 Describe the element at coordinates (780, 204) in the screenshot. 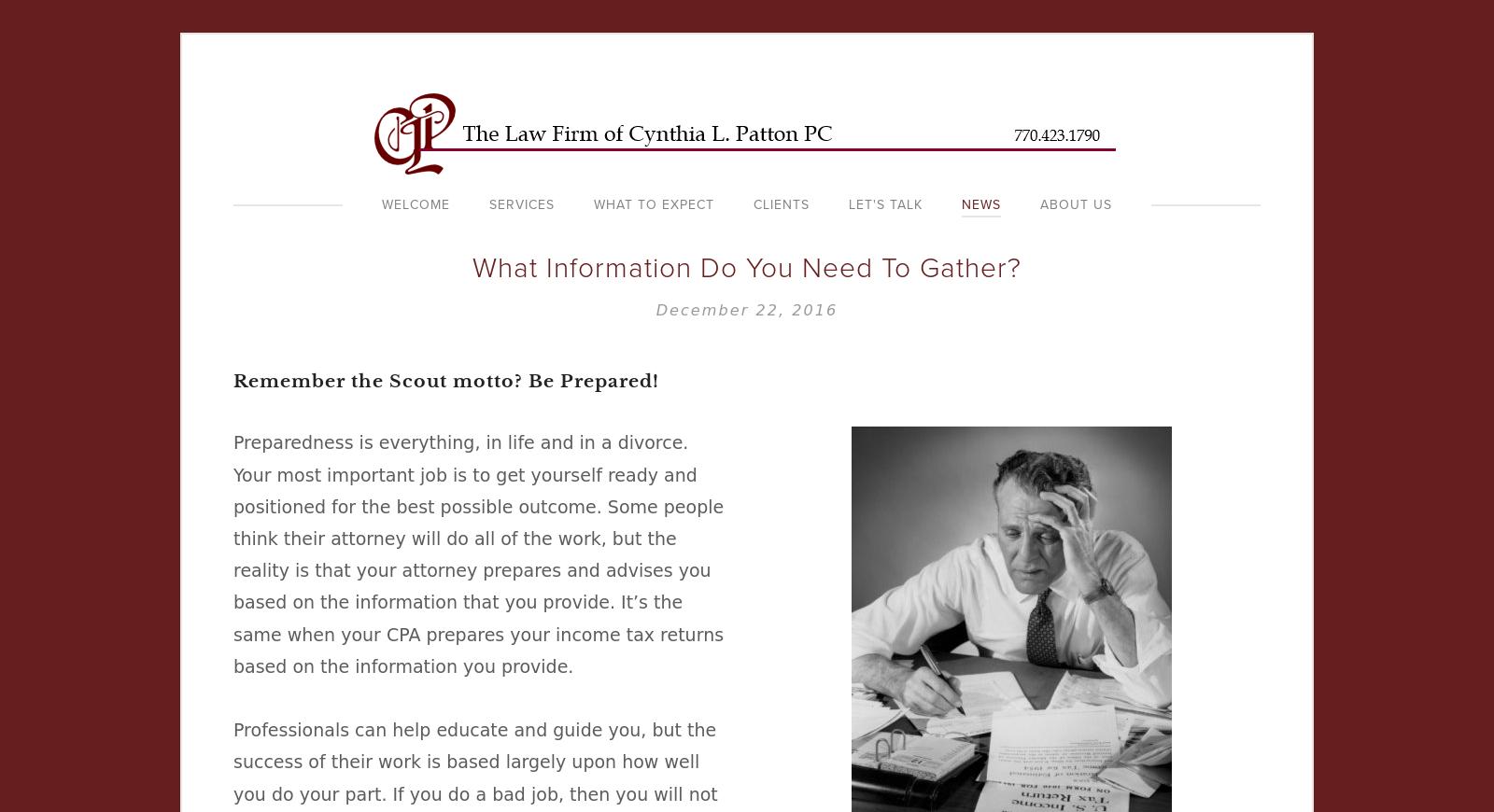

I see `'Clients'` at that location.